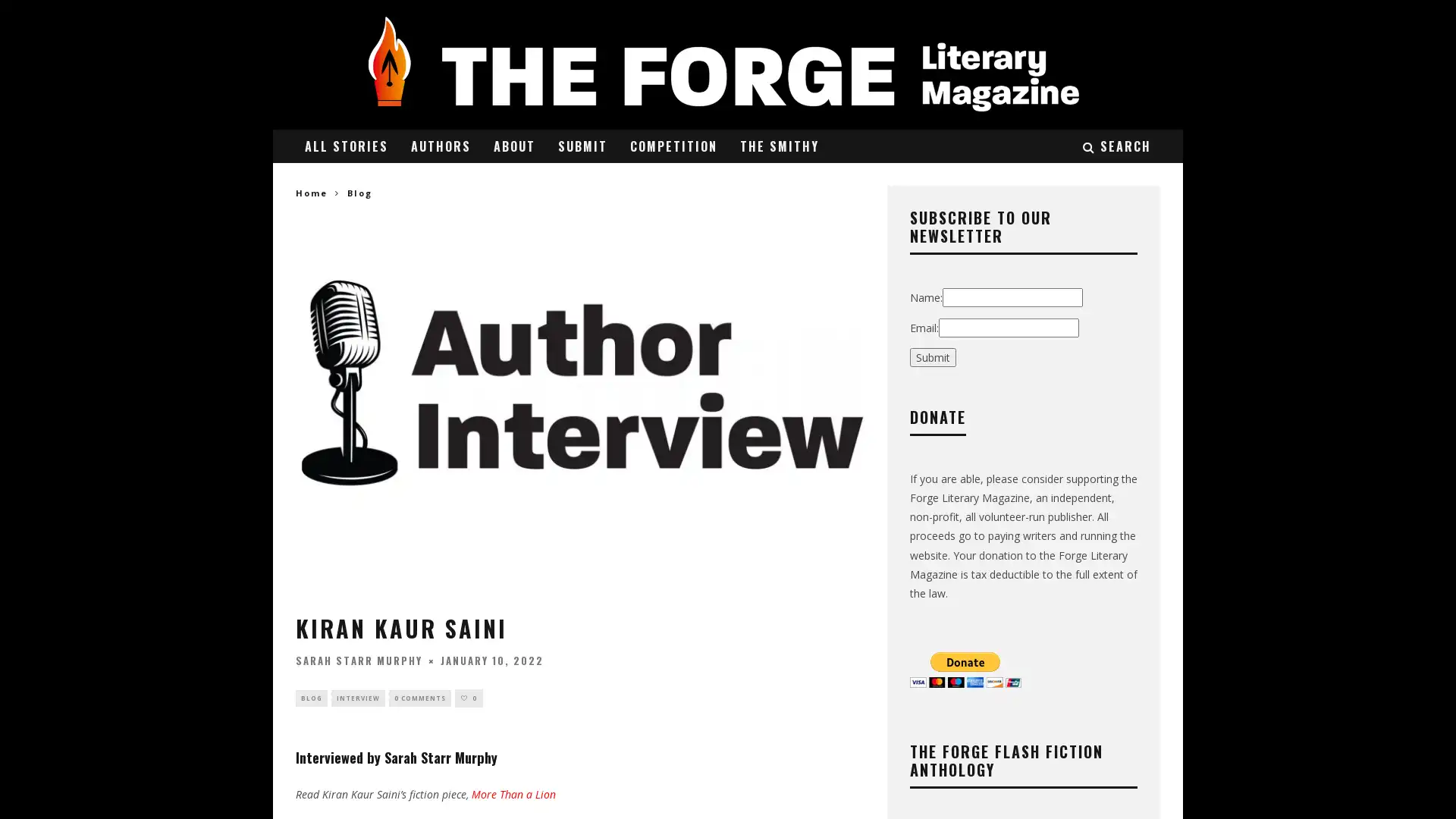 The width and height of the screenshot is (1456, 819). I want to click on PayPal - The safer, easier way to pay online!, so click(965, 668).